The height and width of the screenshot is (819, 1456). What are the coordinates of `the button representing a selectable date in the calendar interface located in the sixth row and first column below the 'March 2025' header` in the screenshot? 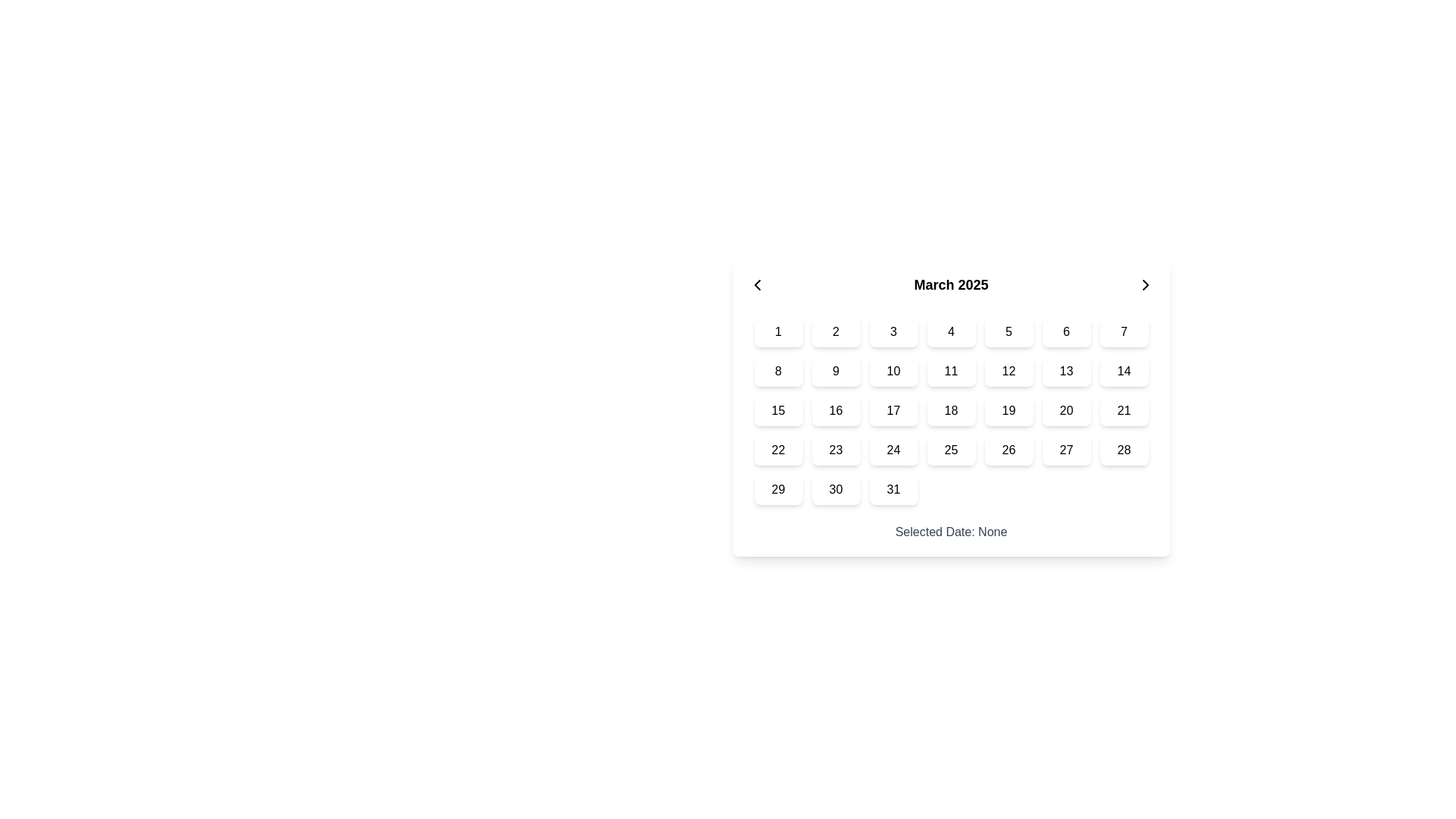 It's located at (778, 450).